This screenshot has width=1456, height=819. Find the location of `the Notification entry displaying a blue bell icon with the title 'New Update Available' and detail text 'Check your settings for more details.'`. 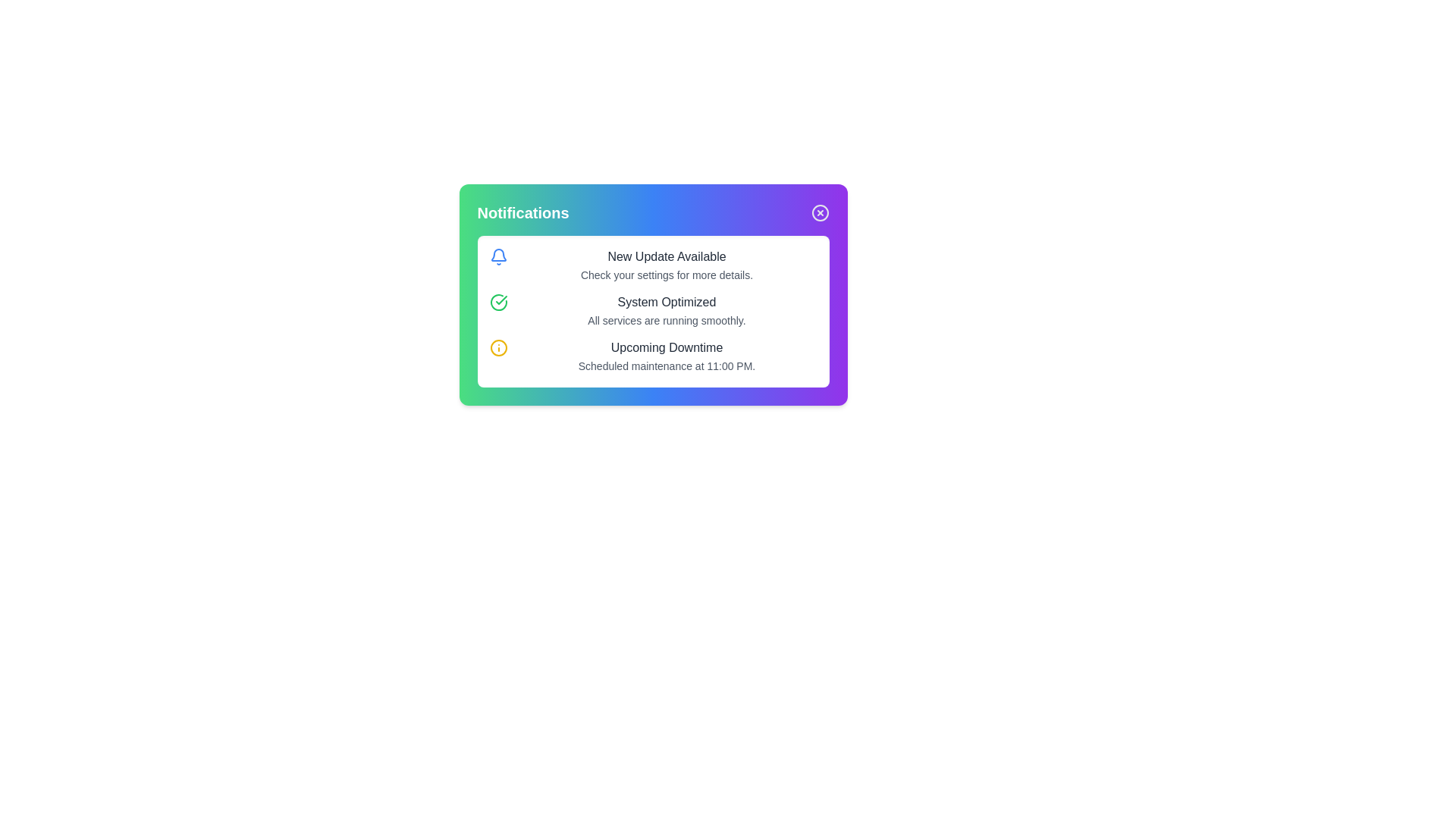

the Notification entry displaying a blue bell icon with the title 'New Update Available' and detail text 'Check your settings for more details.' is located at coordinates (653, 265).